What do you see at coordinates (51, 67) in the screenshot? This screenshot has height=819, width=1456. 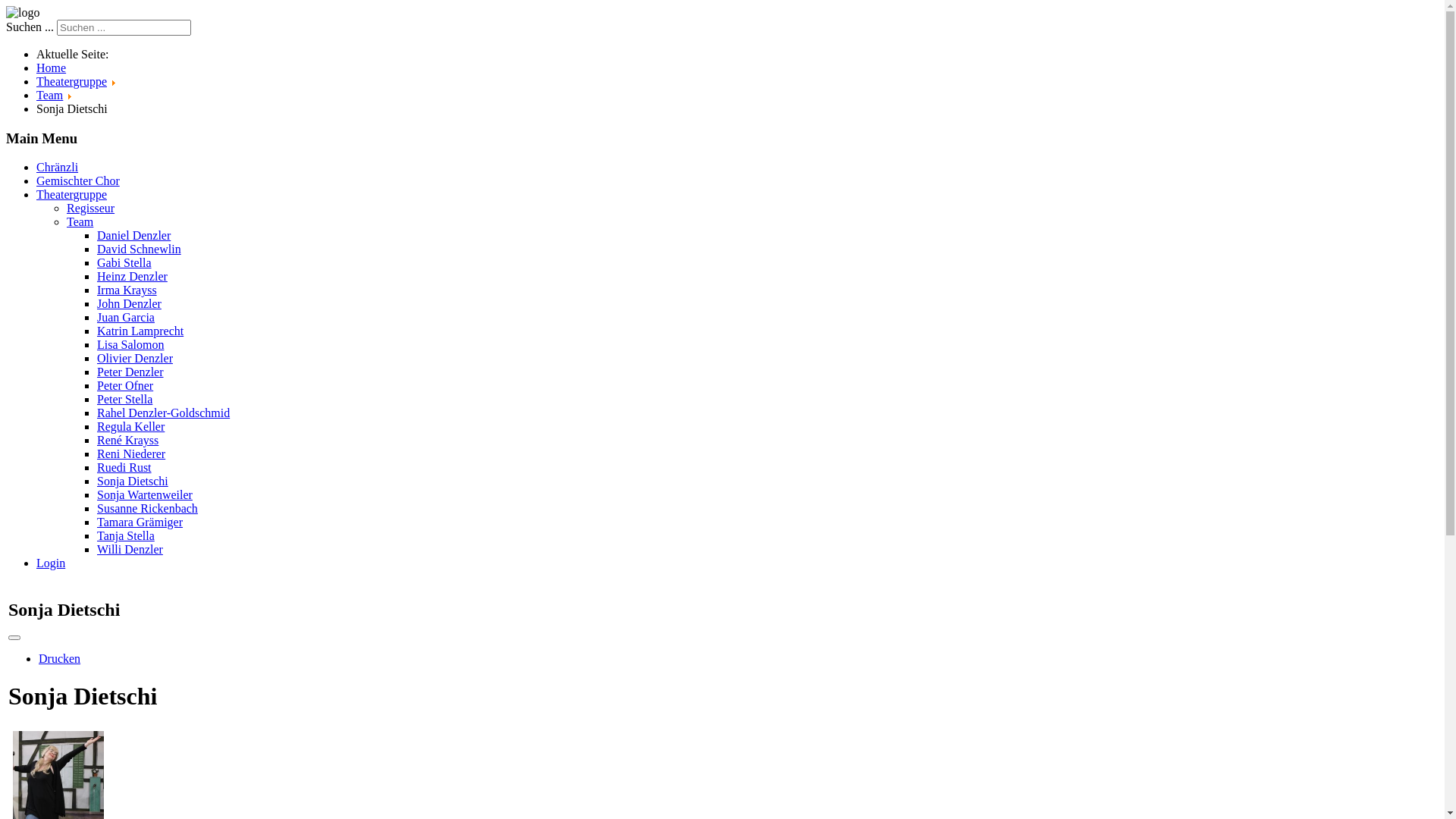 I see `'Home'` at bounding box center [51, 67].